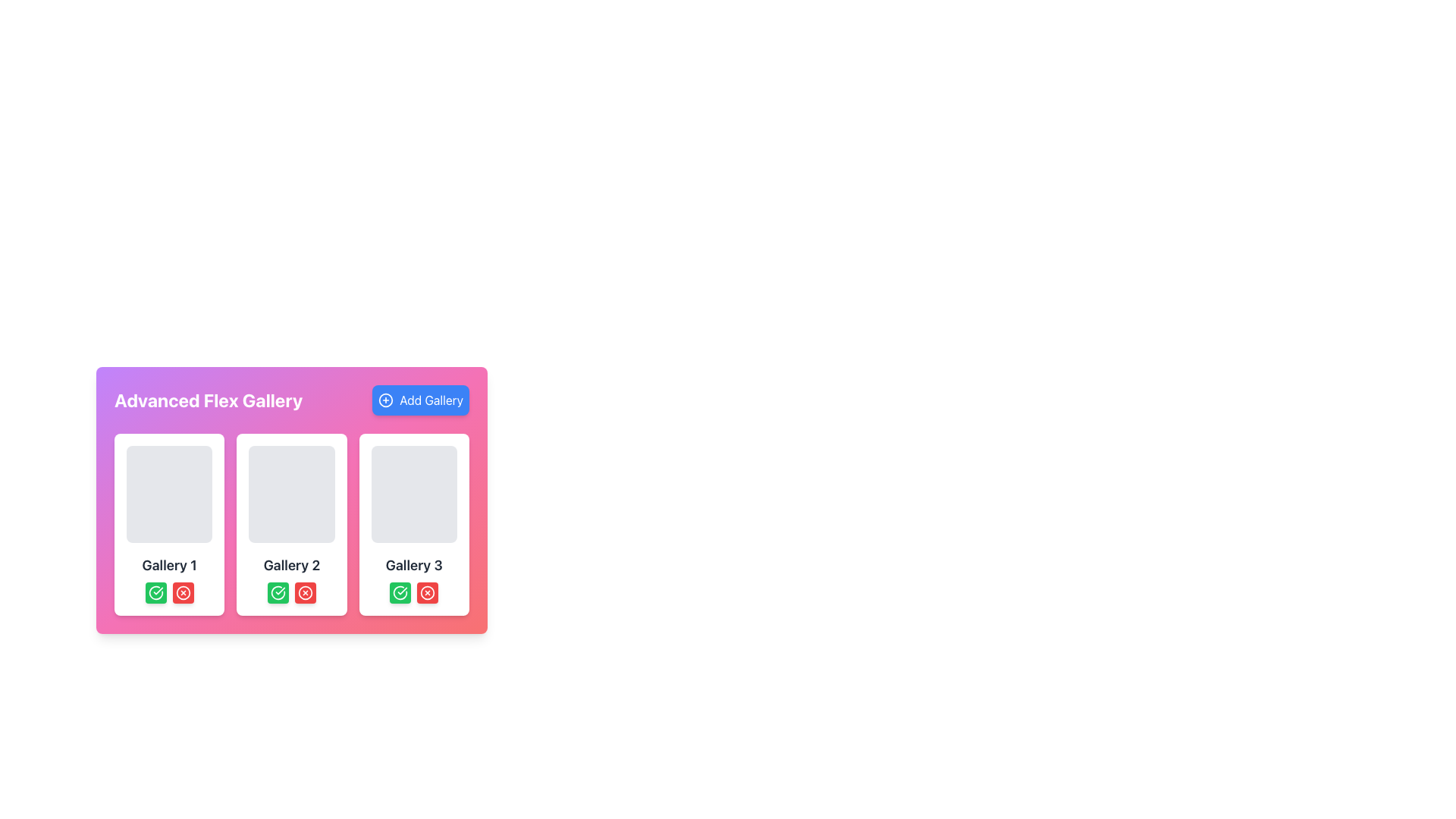  I want to click on the green button in the Button Group located within the 'Gallery 2' card, which has a white checkmark icon on a green background, so click(291, 592).